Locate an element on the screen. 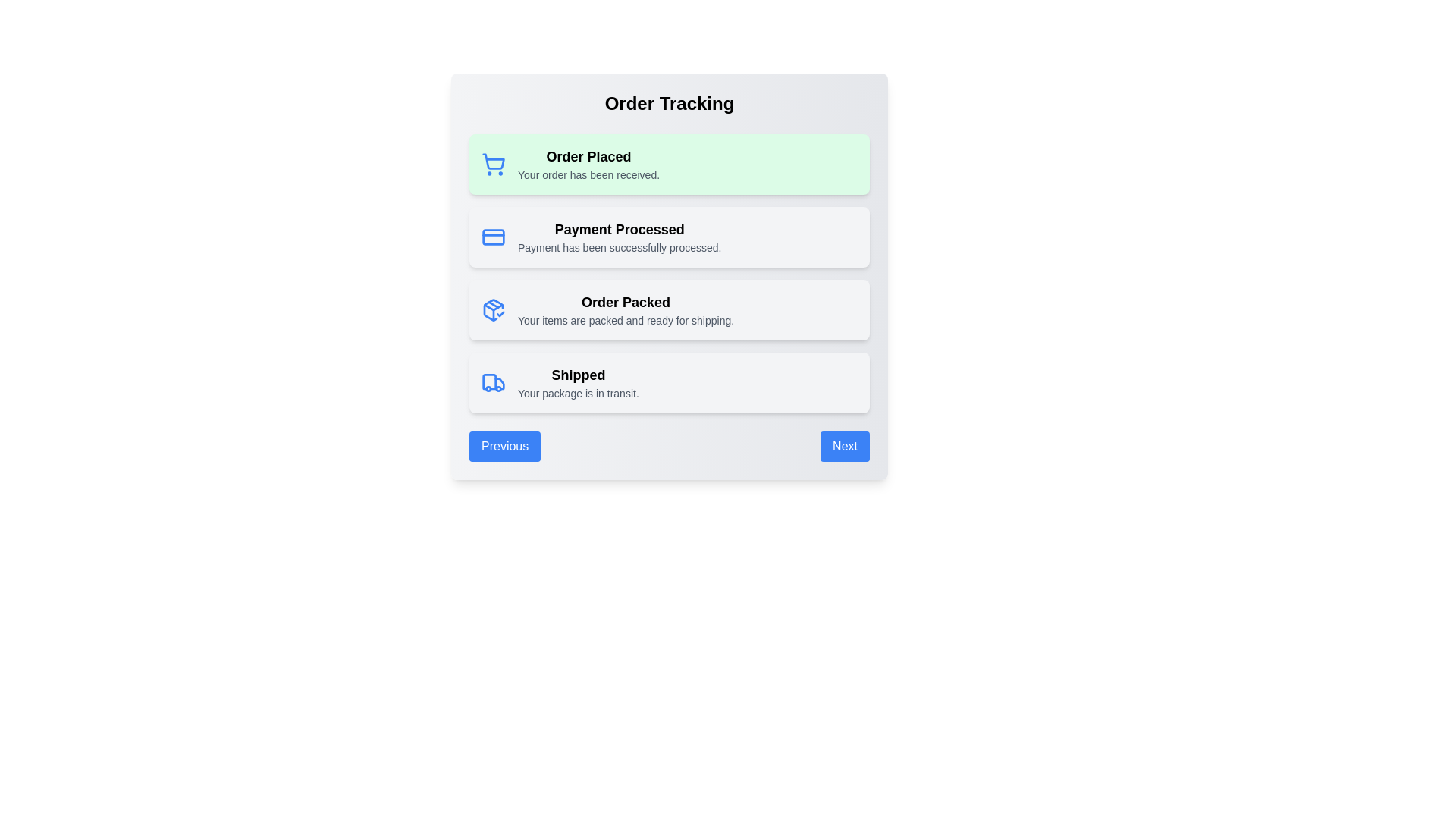 The image size is (1456, 819). the text label indicating the successful processing of the payment, located below the 'Payment Processed' header is located at coordinates (620, 247).